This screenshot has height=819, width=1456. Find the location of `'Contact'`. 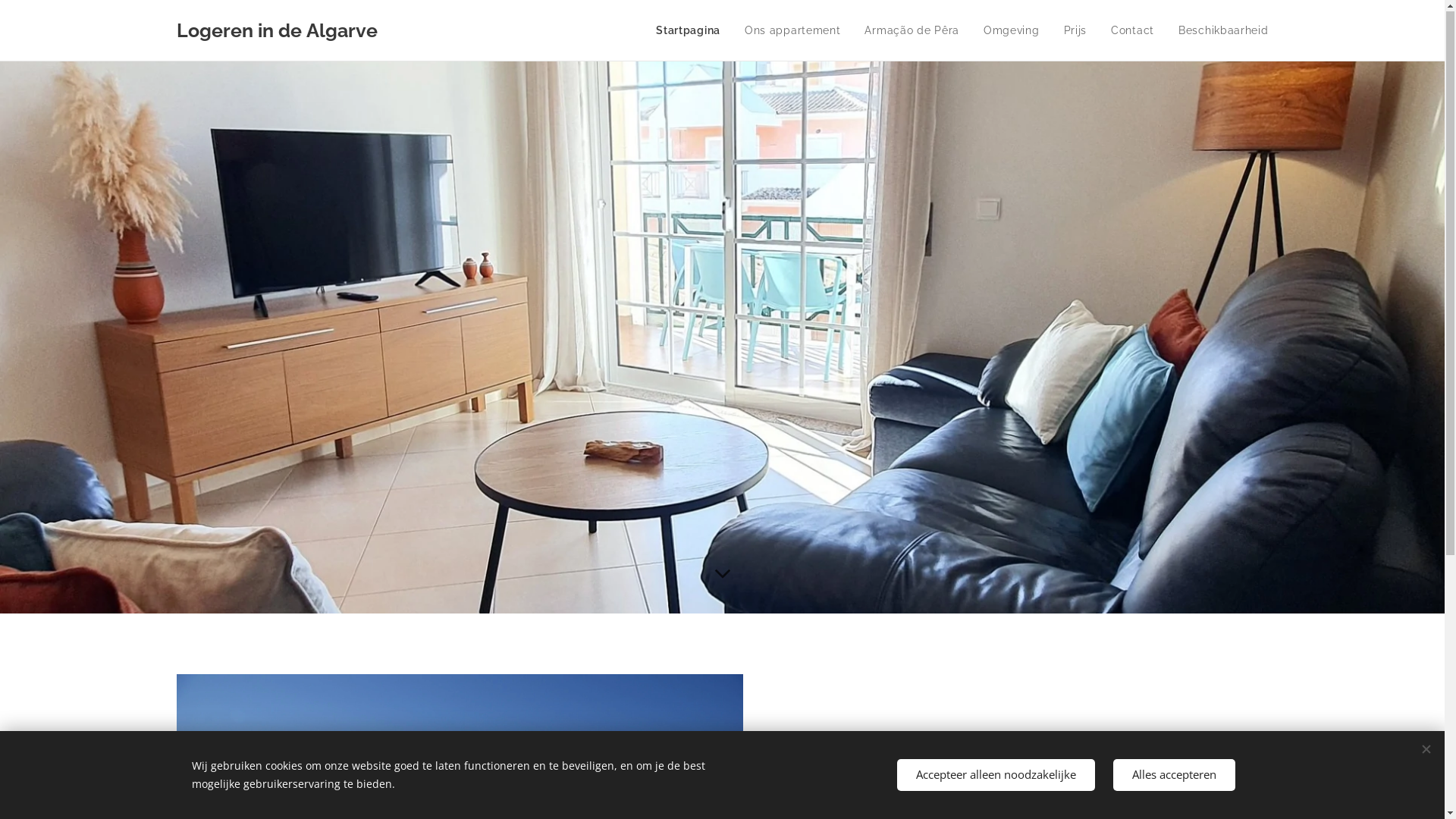

'Contact' is located at coordinates (1099, 31).